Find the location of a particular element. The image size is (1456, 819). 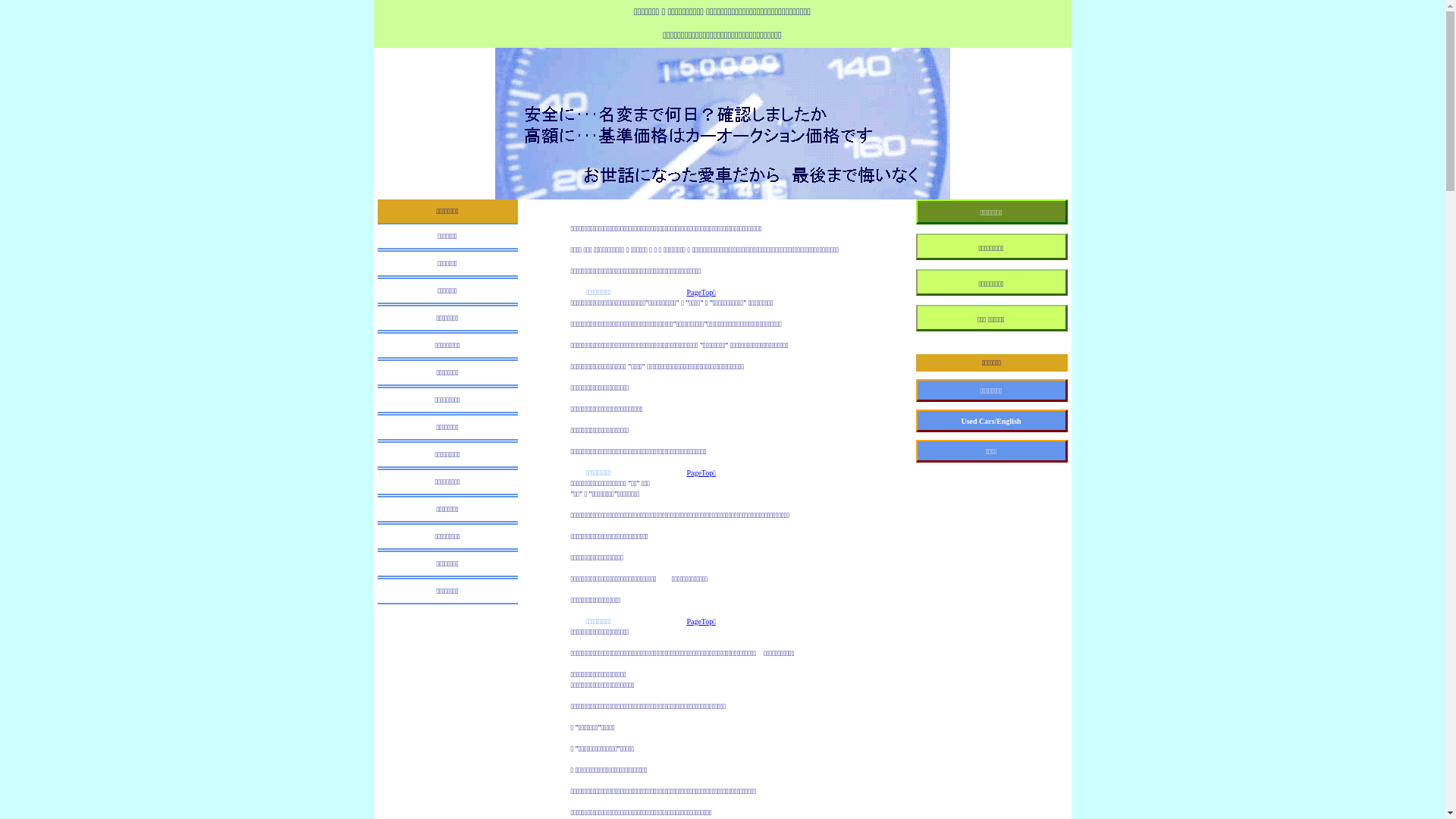

'Used Cars/English' is located at coordinates (915, 421).